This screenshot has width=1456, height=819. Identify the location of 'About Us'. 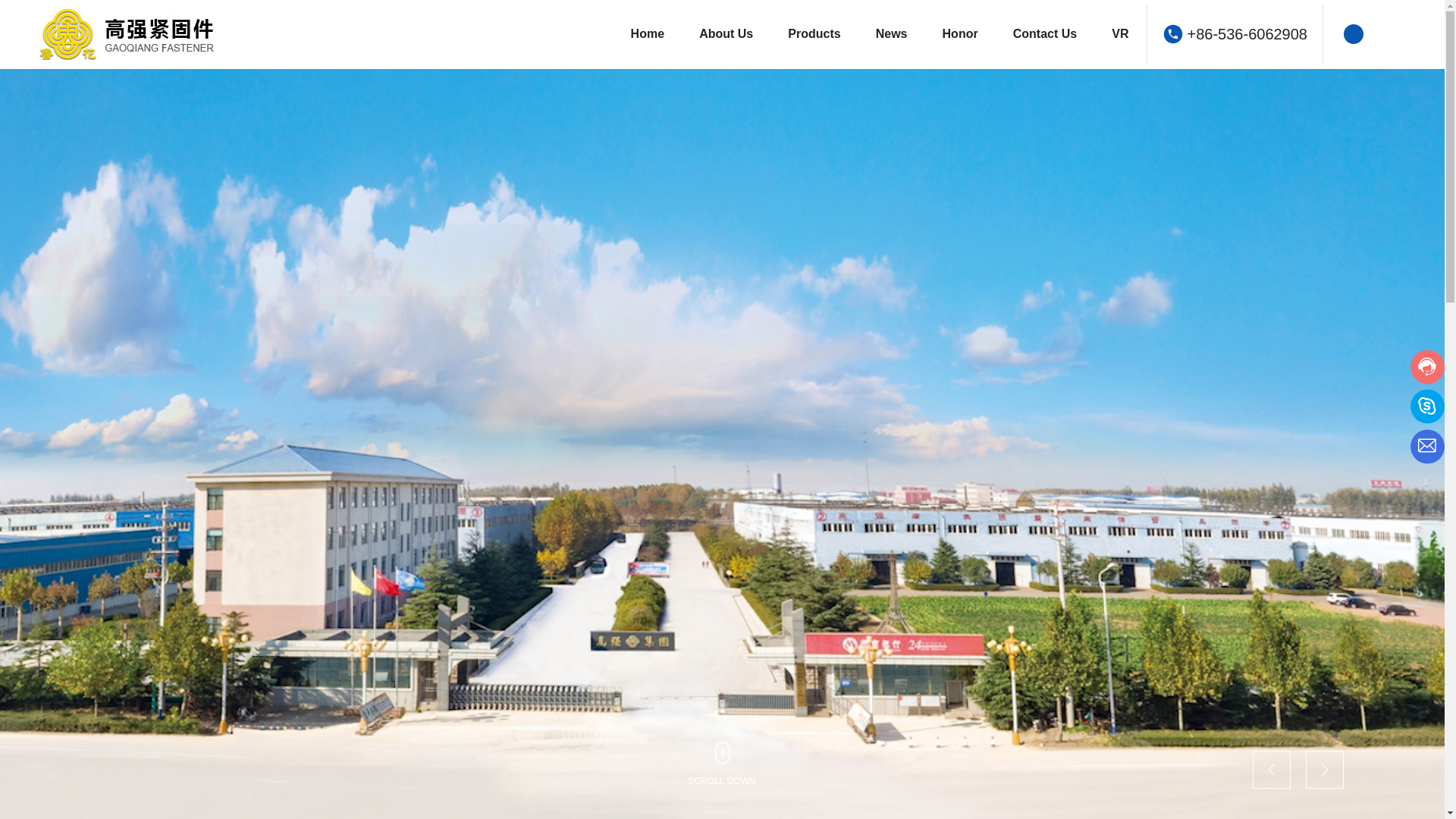
(725, 34).